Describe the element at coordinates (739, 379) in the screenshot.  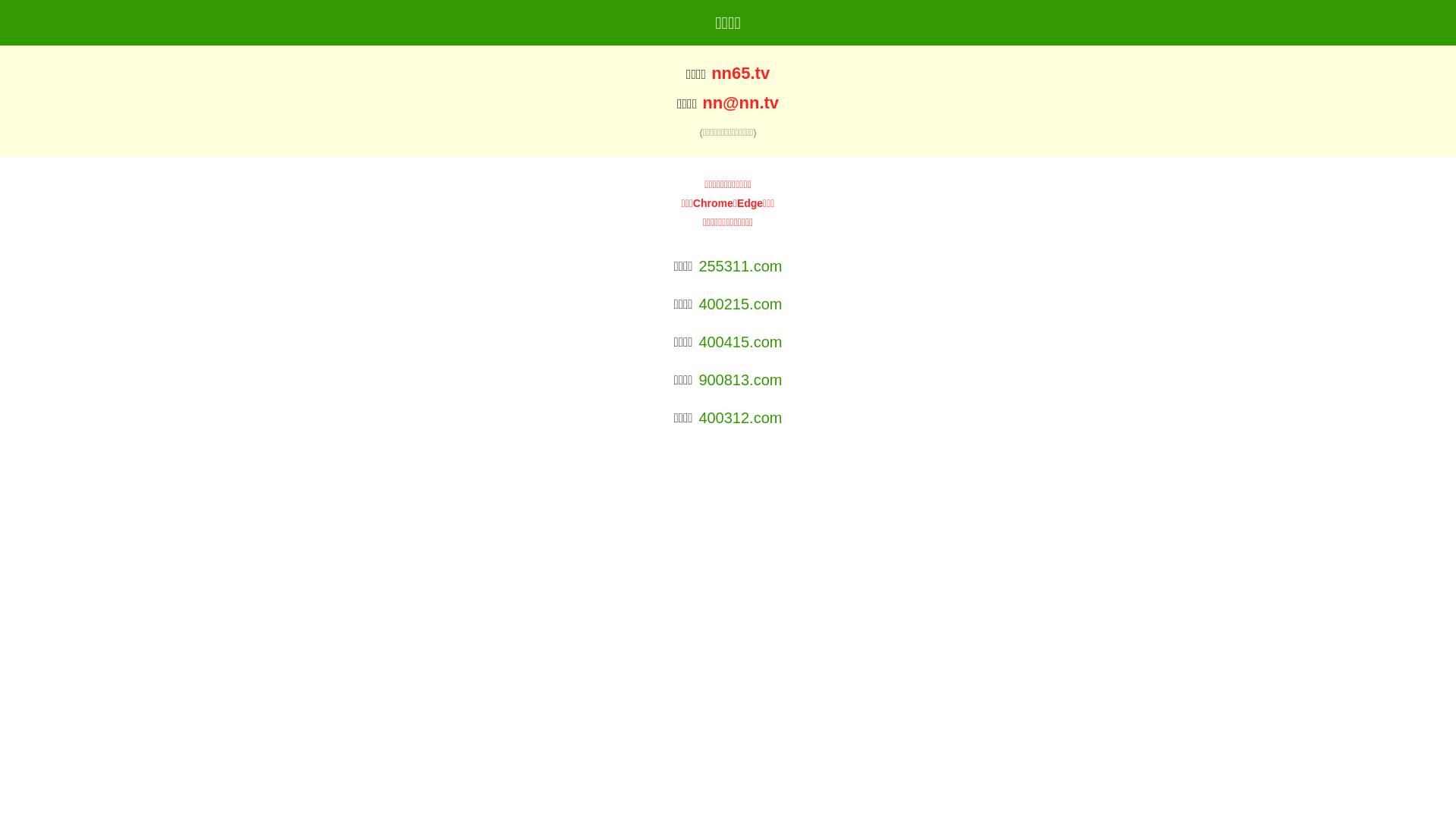
I see `'900813.com'` at that location.